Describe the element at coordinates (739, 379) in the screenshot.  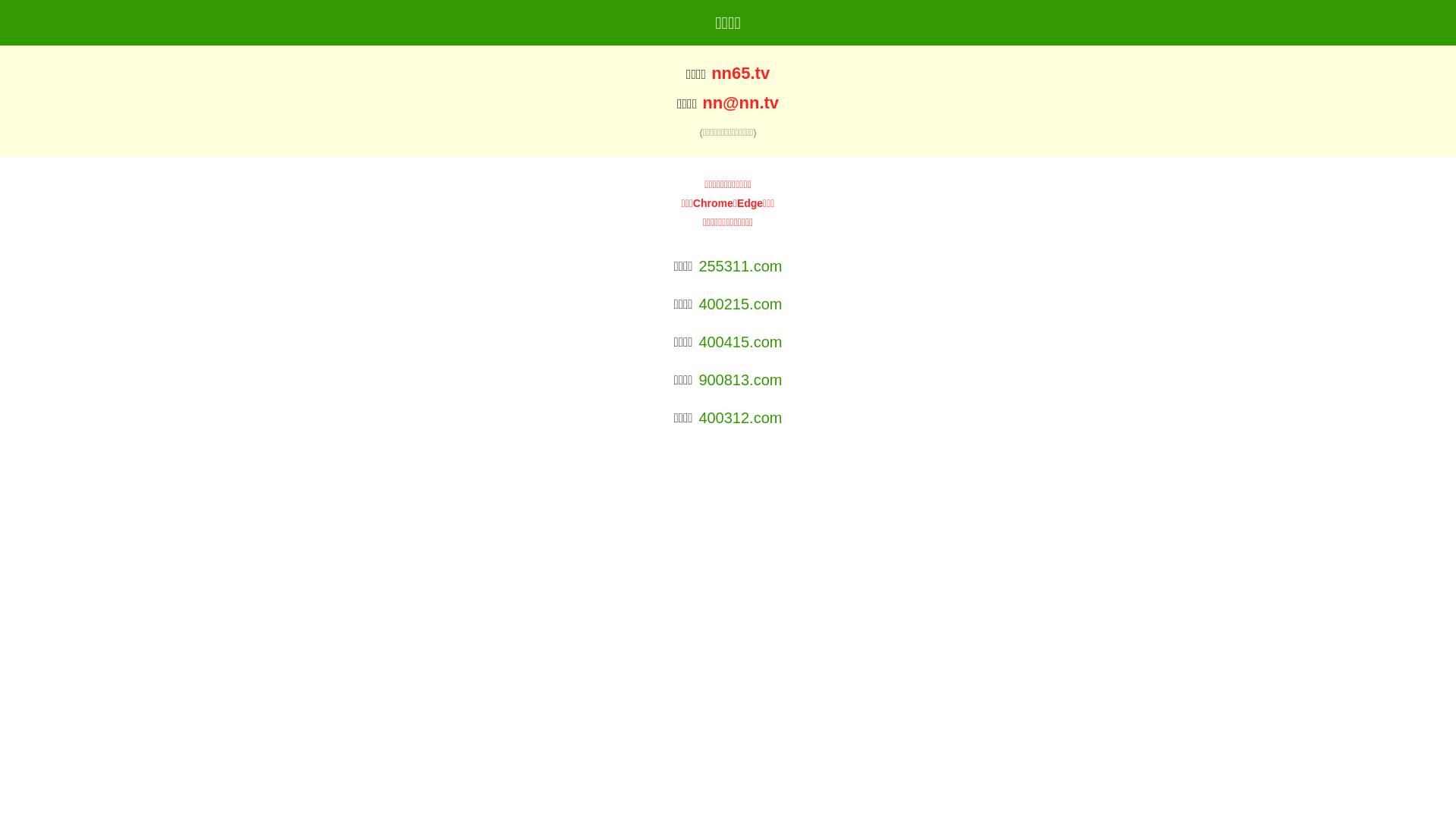
I see `'900813.com'` at that location.